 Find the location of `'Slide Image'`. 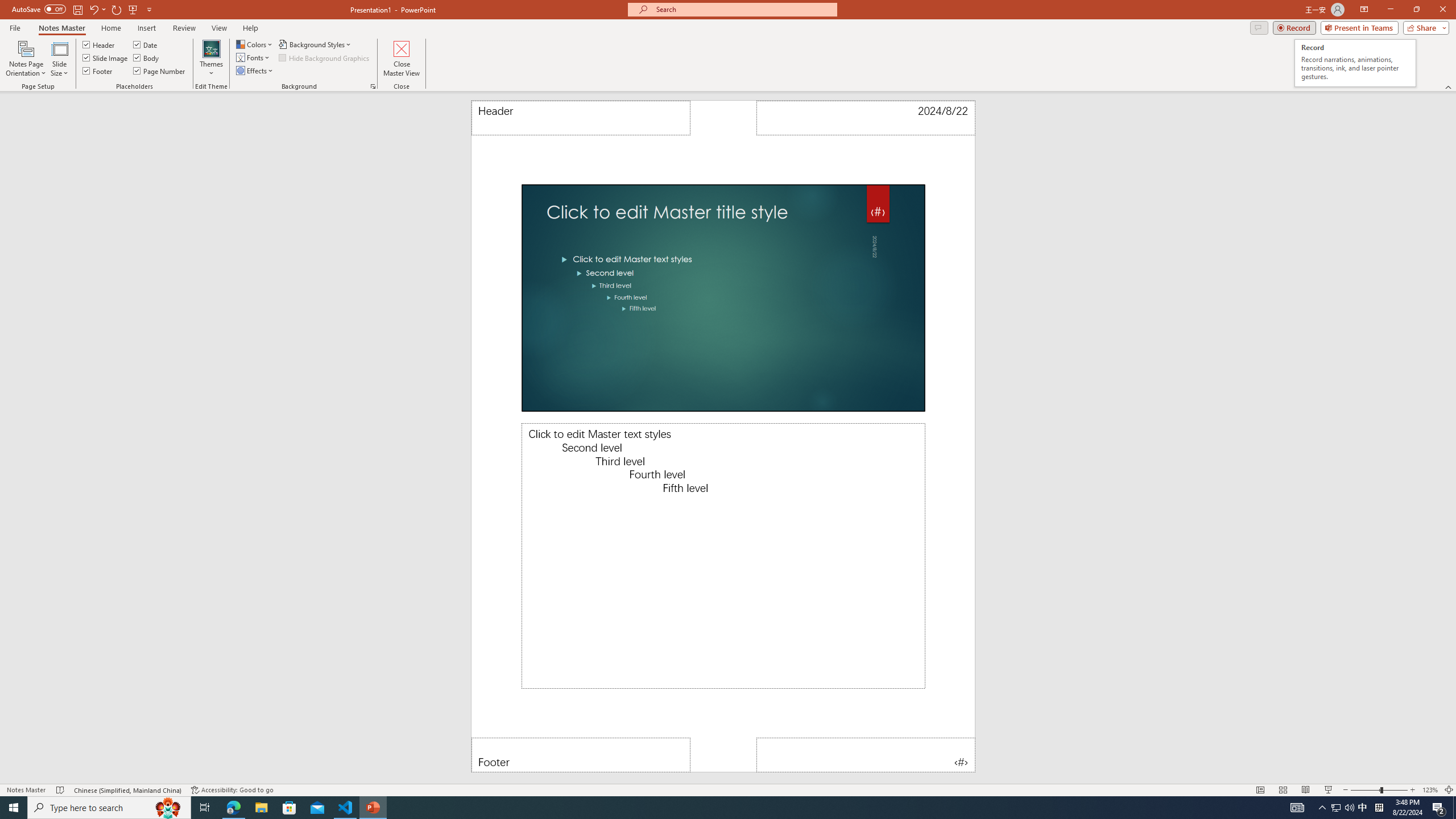

'Slide Image' is located at coordinates (105, 56).